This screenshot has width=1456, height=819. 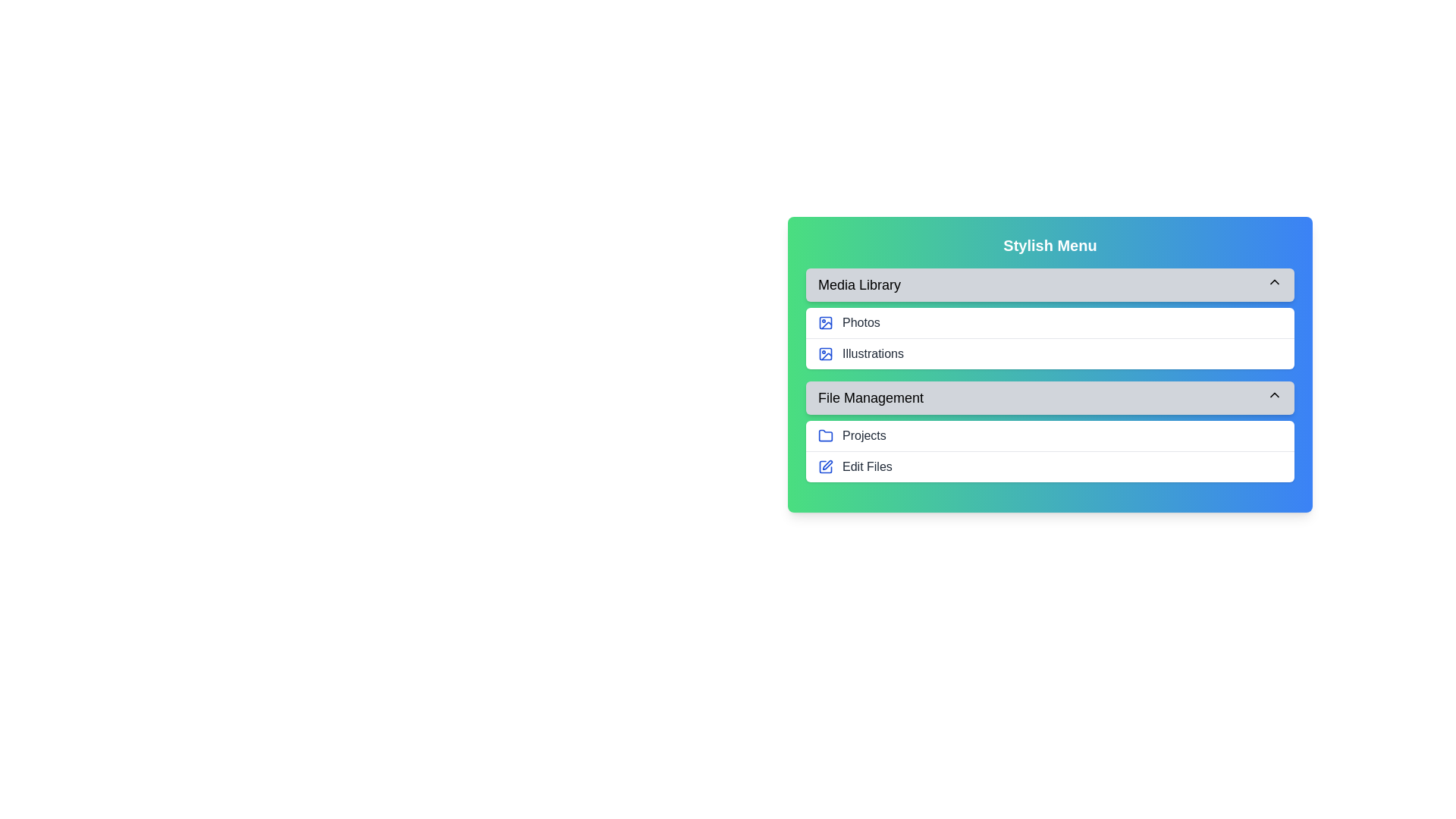 What do you see at coordinates (864, 435) in the screenshot?
I see `the 'Projects' menu item with a folder icon` at bounding box center [864, 435].